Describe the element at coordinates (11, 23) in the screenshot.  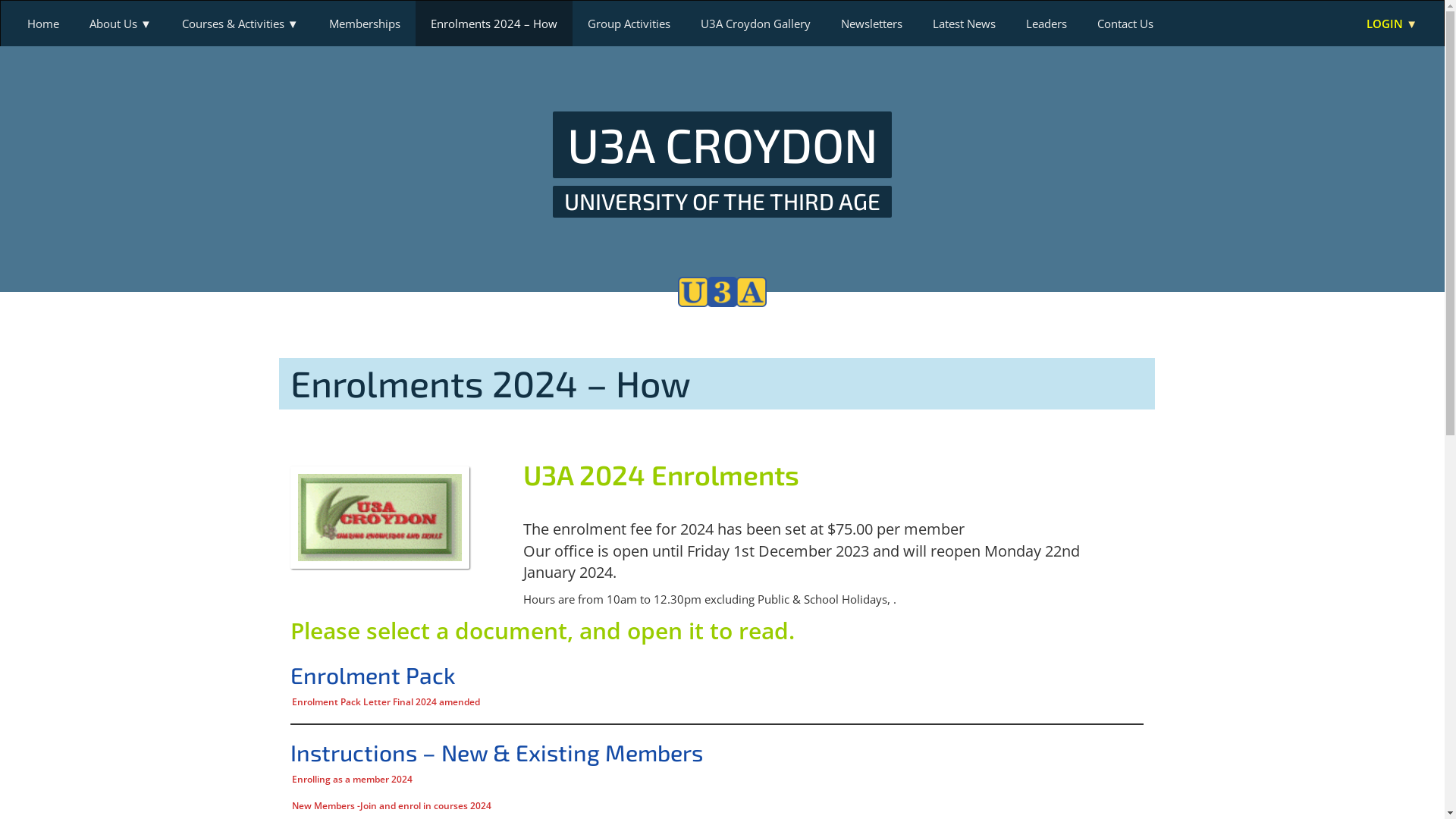
I see `'Home'` at that location.